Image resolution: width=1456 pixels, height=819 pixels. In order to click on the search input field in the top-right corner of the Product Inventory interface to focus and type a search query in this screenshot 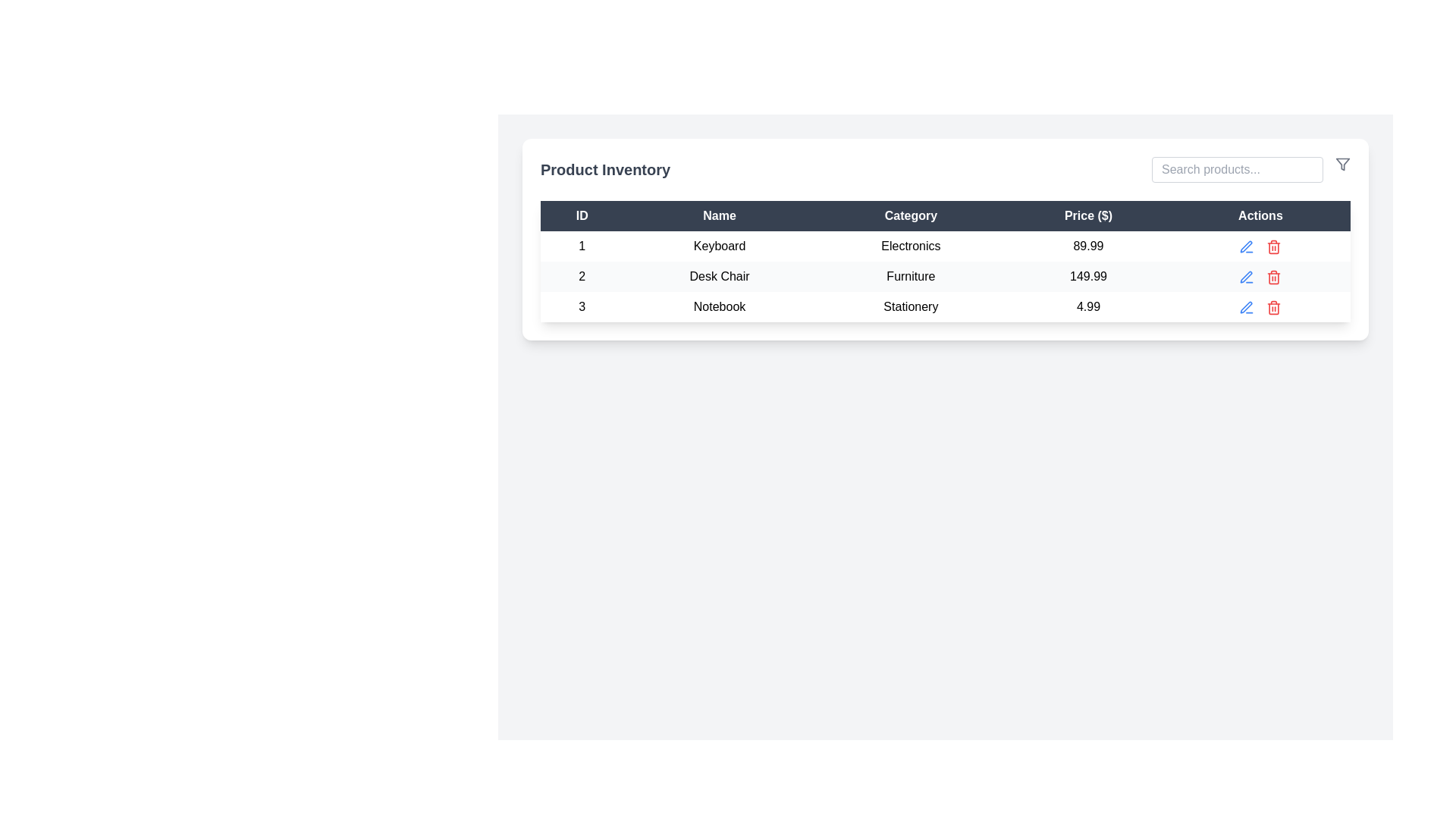, I will do `click(1238, 169)`.